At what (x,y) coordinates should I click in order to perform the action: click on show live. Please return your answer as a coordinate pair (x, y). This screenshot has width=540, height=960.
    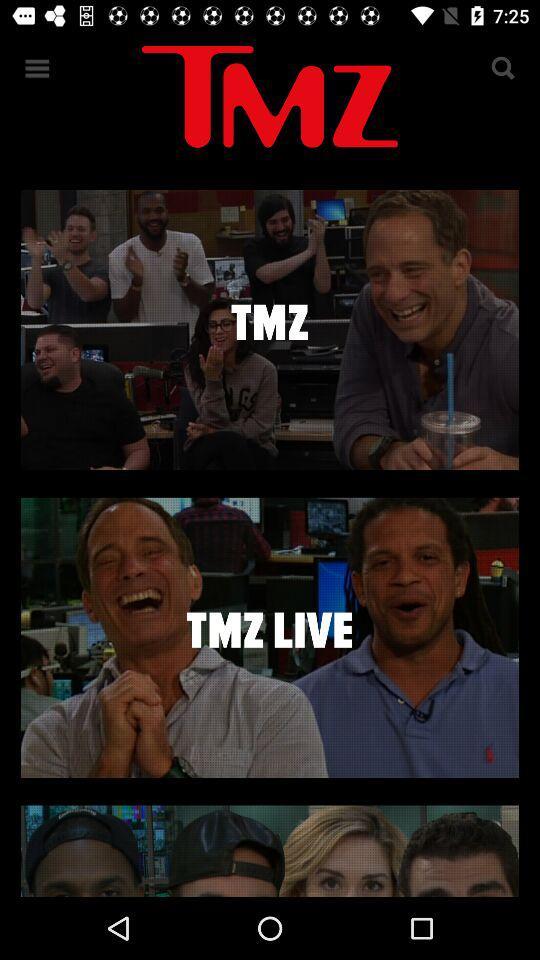
    Looking at the image, I should click on (270, 636).